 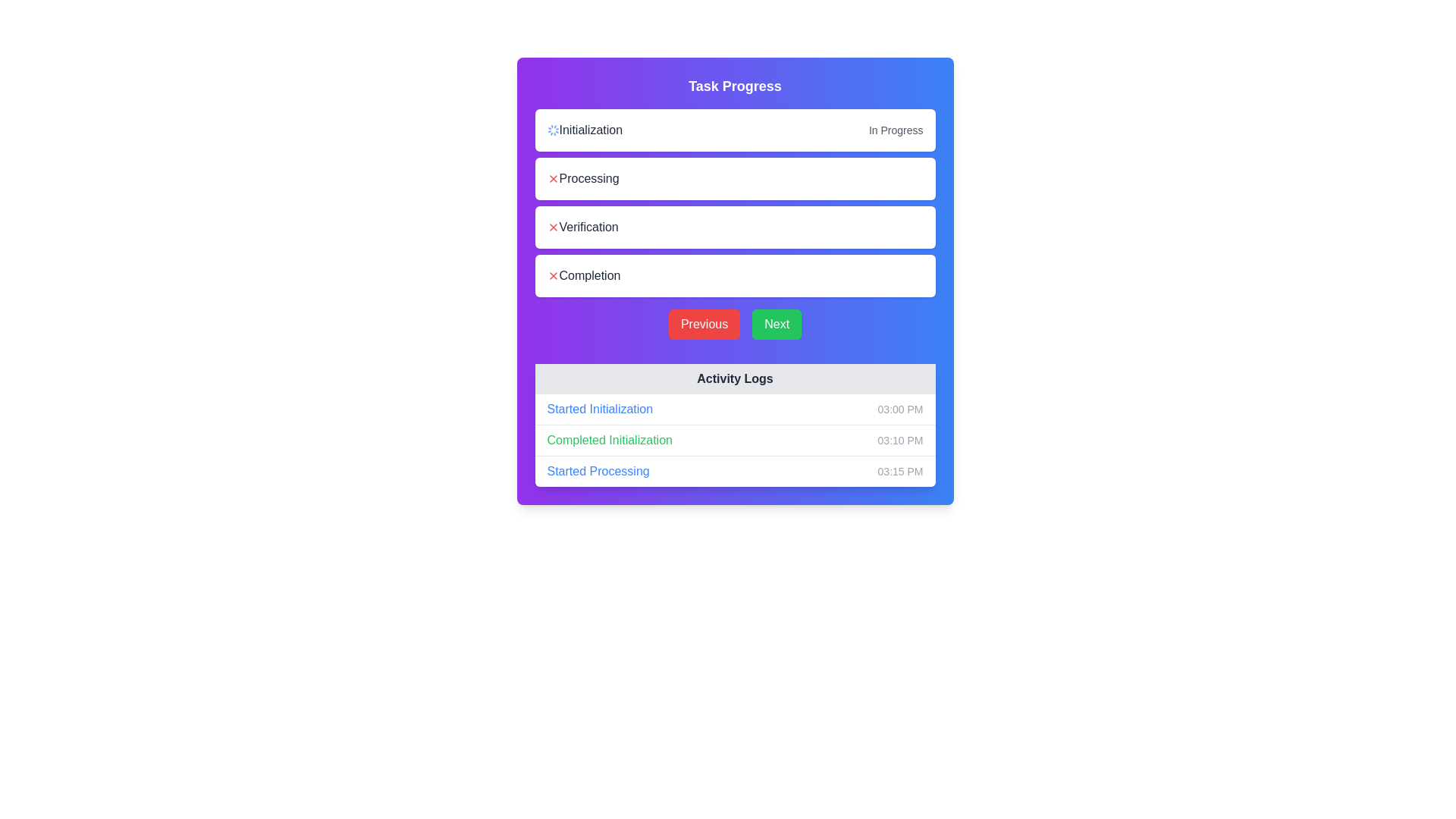 What do you see at coordinates (900, 441) in the screenshot?
I see `the light gray timestamp reading '03:10 PM' in the Activity Logs section, which is aligned to the right of the 'Completed Initialization' activity` at bounding box center [900, 441].